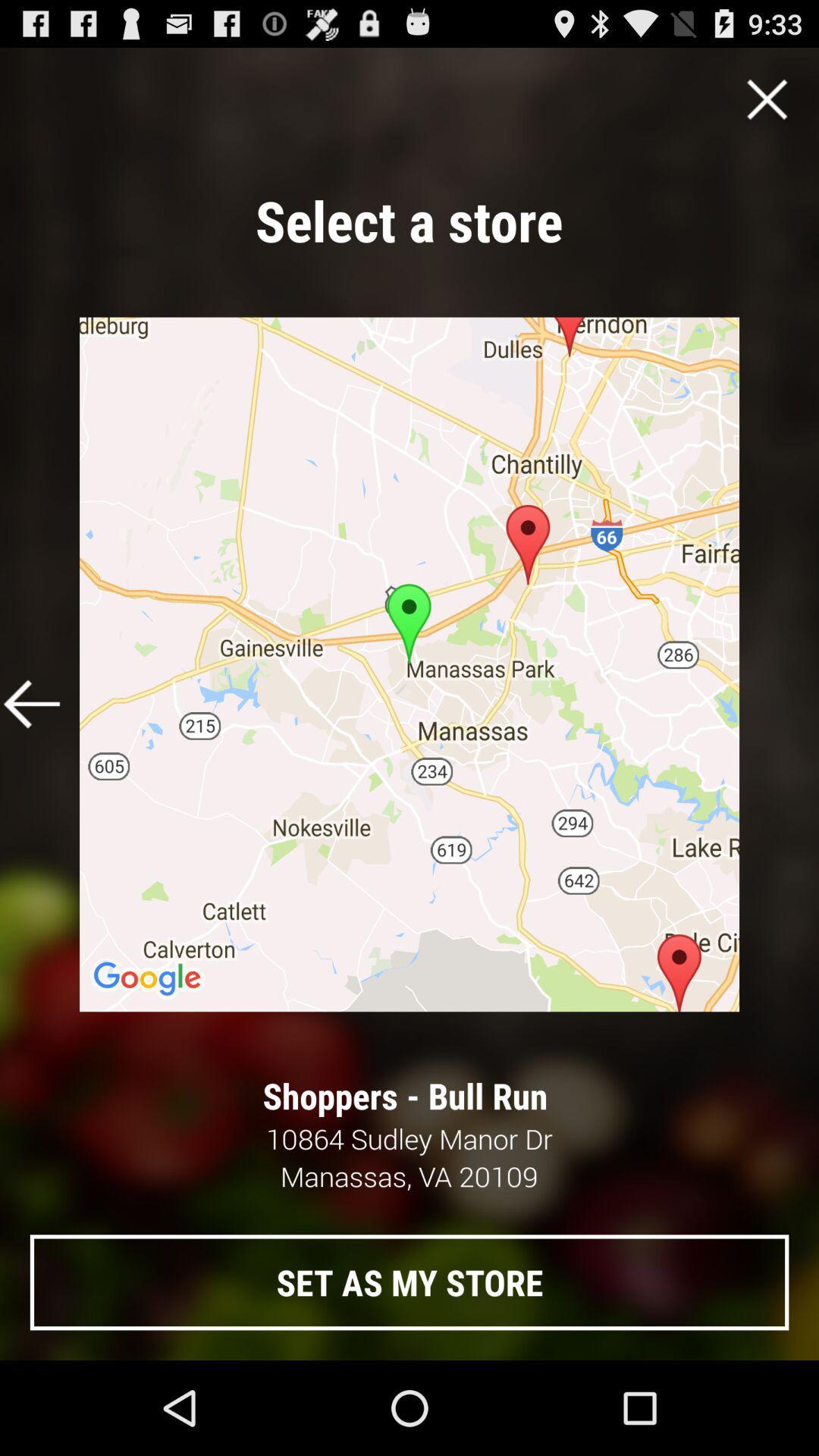  Describe the element at coordinates (767, 99) in the screenshot. I see `close` at that location.